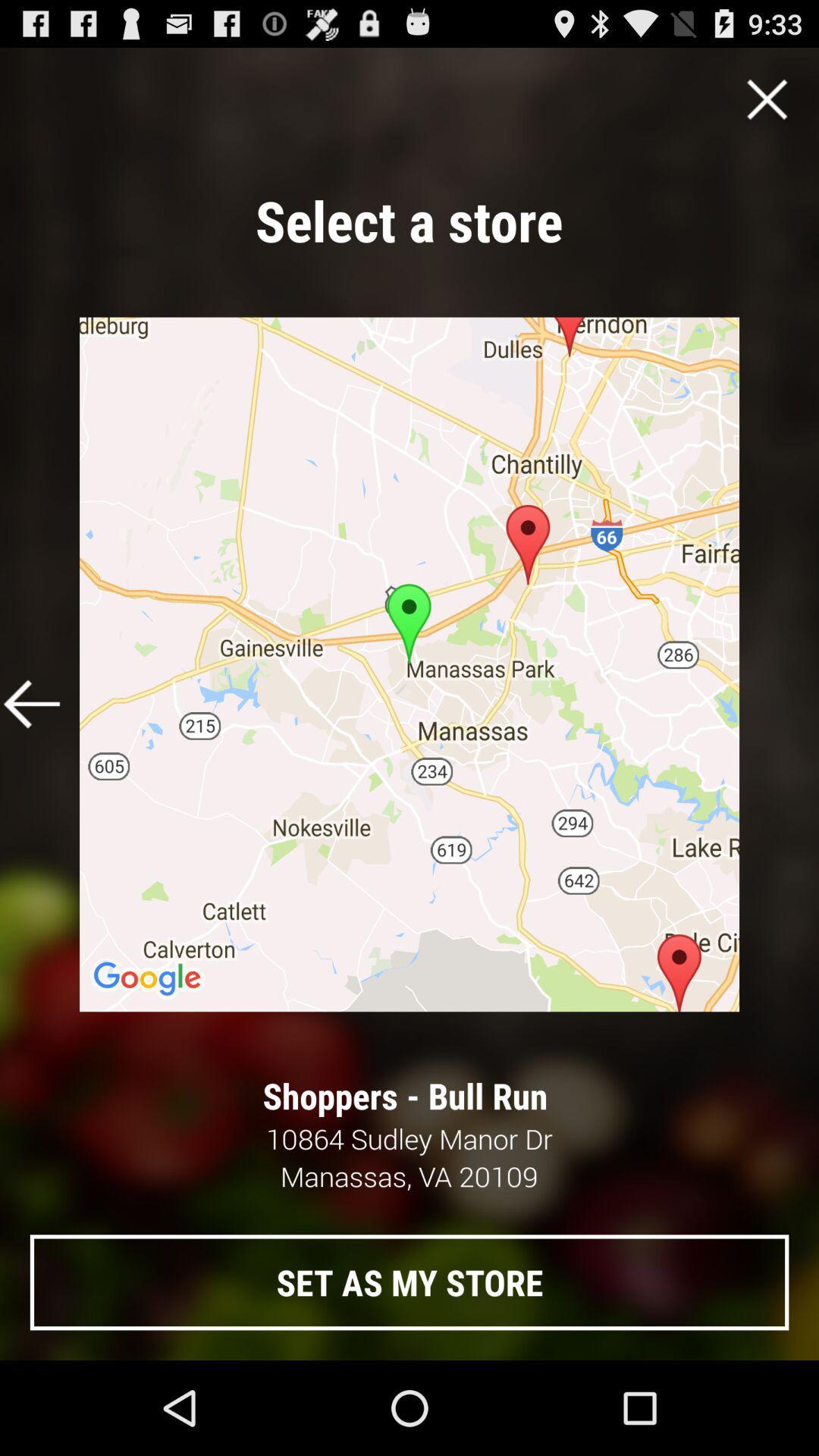  Describe the element at coordinates (767, 99) in the screenshot. I see `close` at that location.